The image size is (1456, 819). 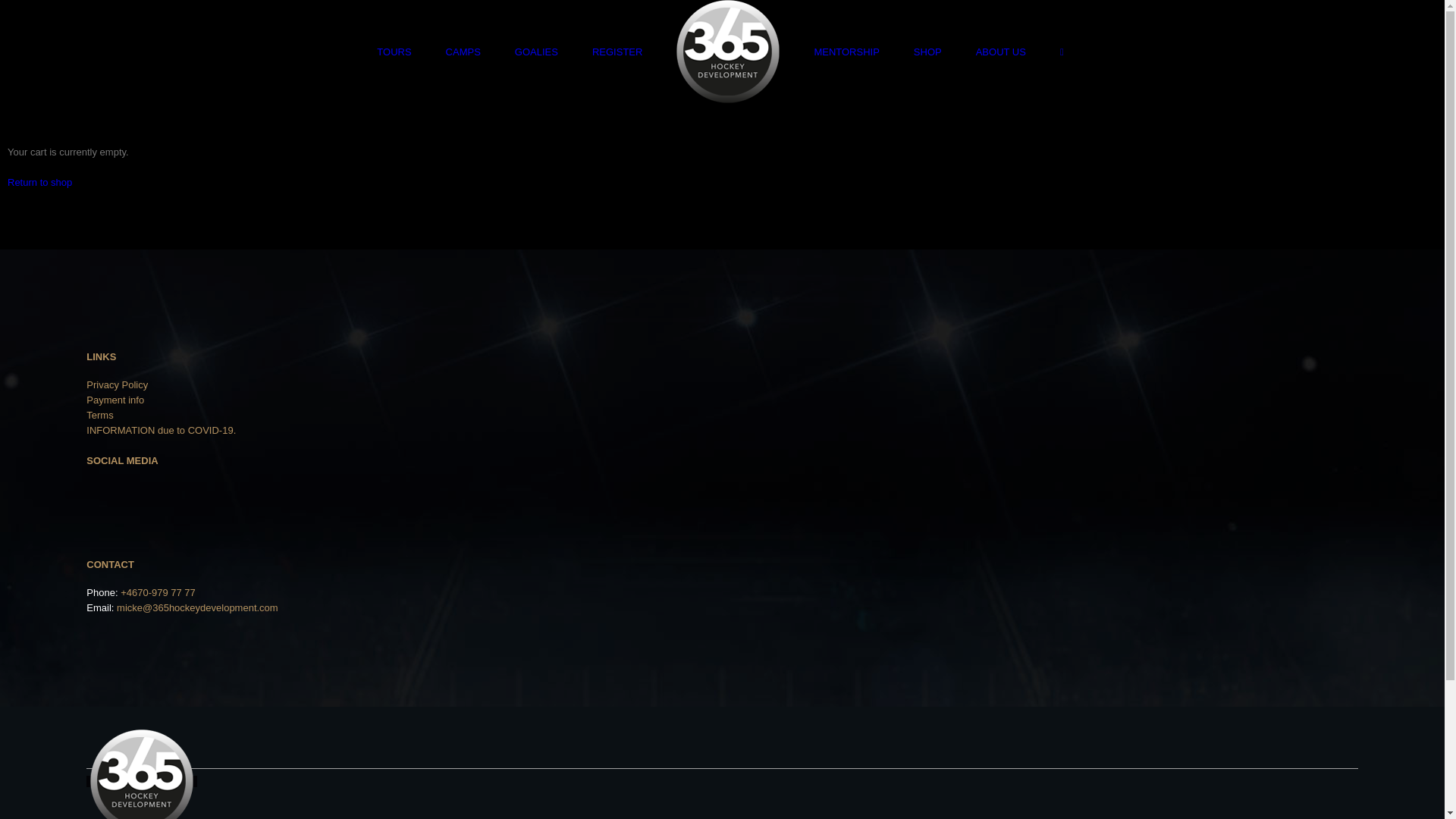 I want to click on 'CAMPS', so click(x=462, y=51).